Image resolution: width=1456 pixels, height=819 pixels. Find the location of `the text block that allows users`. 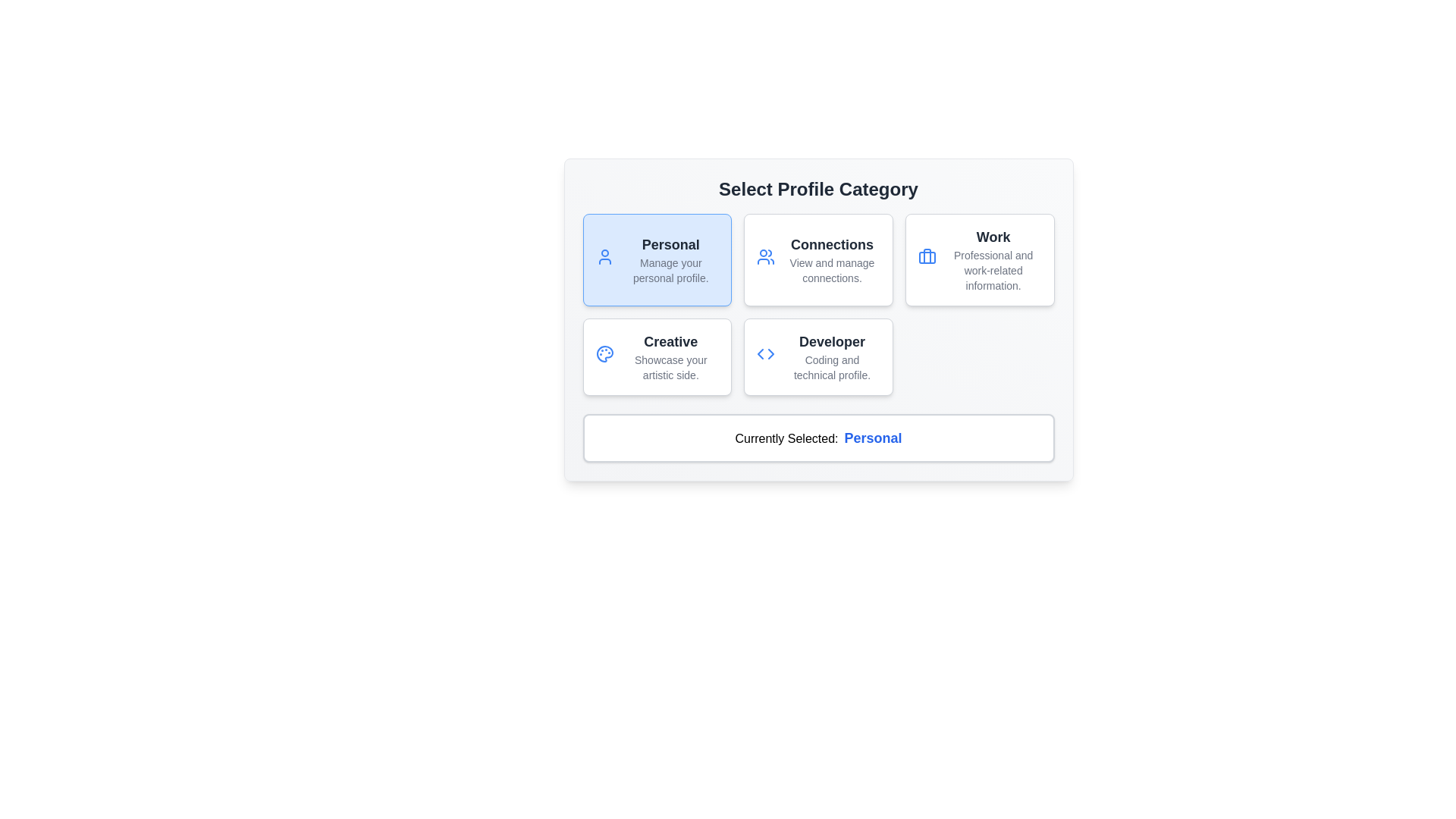

the text block that allows users is located at coordinates (831, 259).